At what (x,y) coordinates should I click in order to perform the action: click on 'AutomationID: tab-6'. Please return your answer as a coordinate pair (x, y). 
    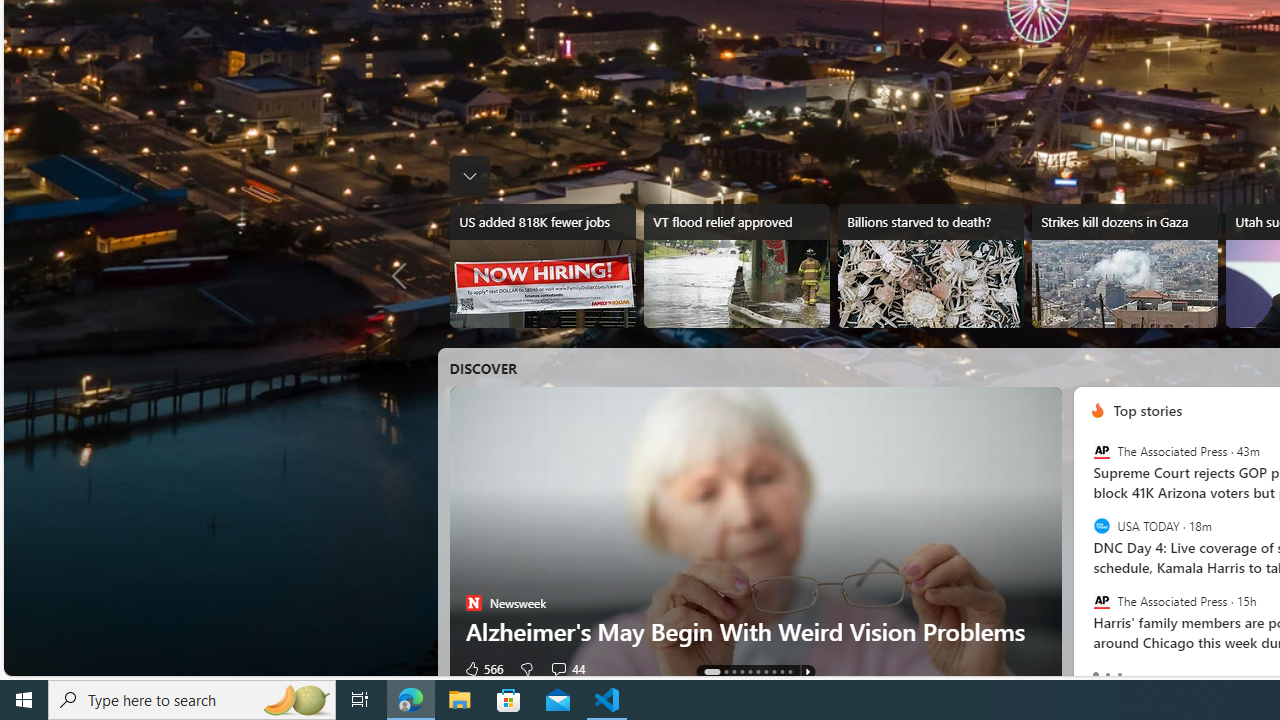
    Looking at the image, I should click on (765, 672).